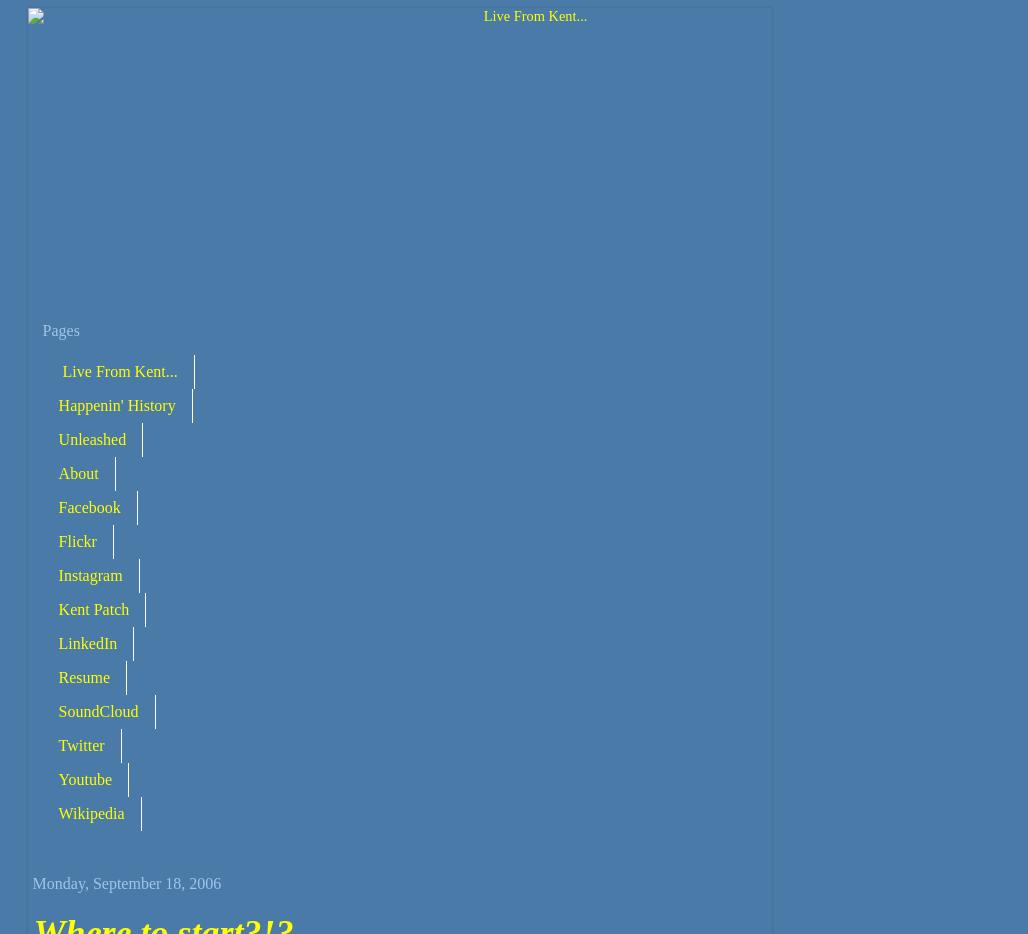  What do you see at coordinates (125, 881) in the screenshot?
I see `'Monday, September 18, 2006'` at bounding box center [125, 881].